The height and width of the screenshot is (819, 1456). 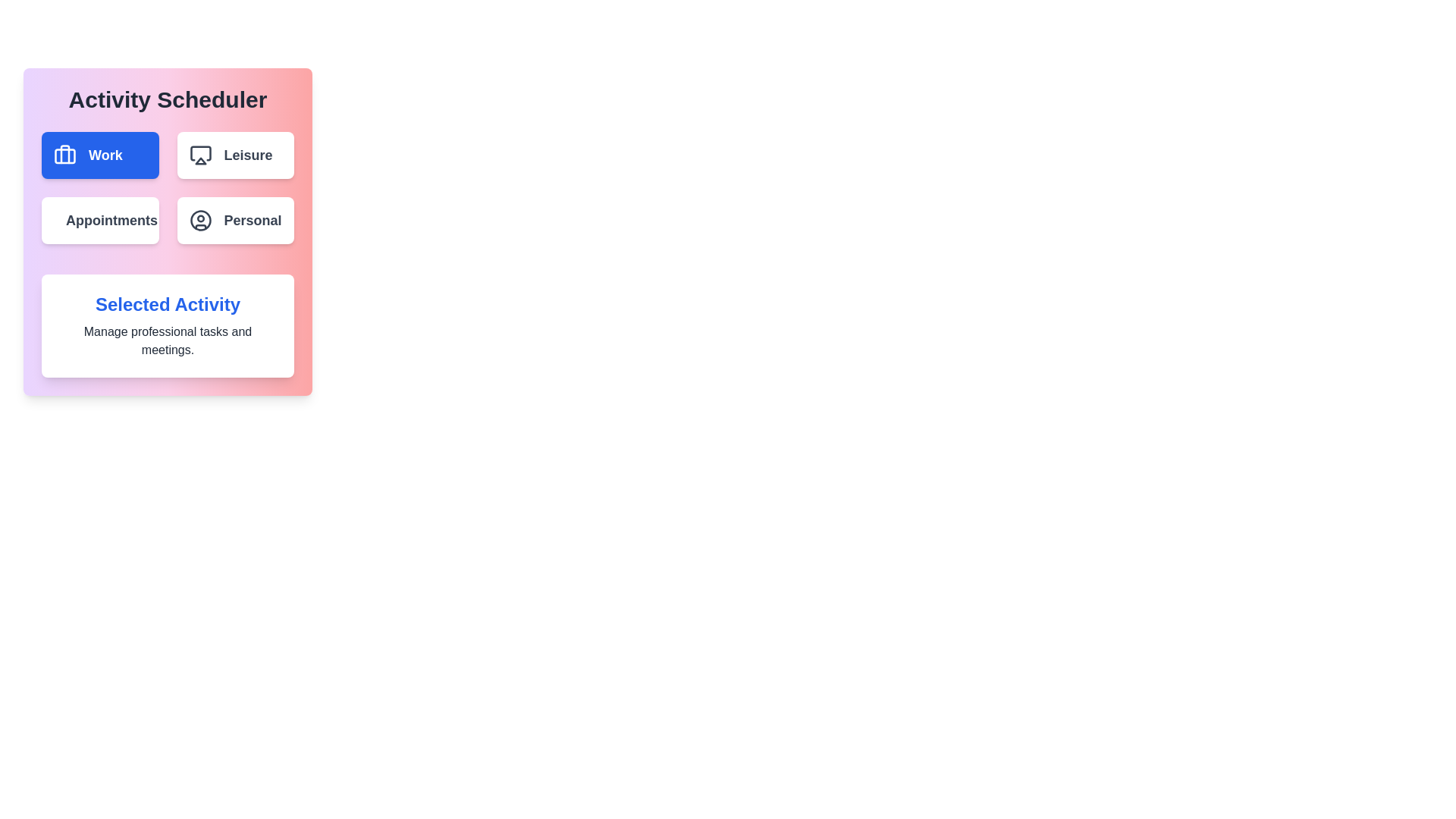 I want to click on the text label displaying 'Appointments', which is bold and slightly larger, located in the second row of a grid layout of buttons, so click(x=111, y=220).